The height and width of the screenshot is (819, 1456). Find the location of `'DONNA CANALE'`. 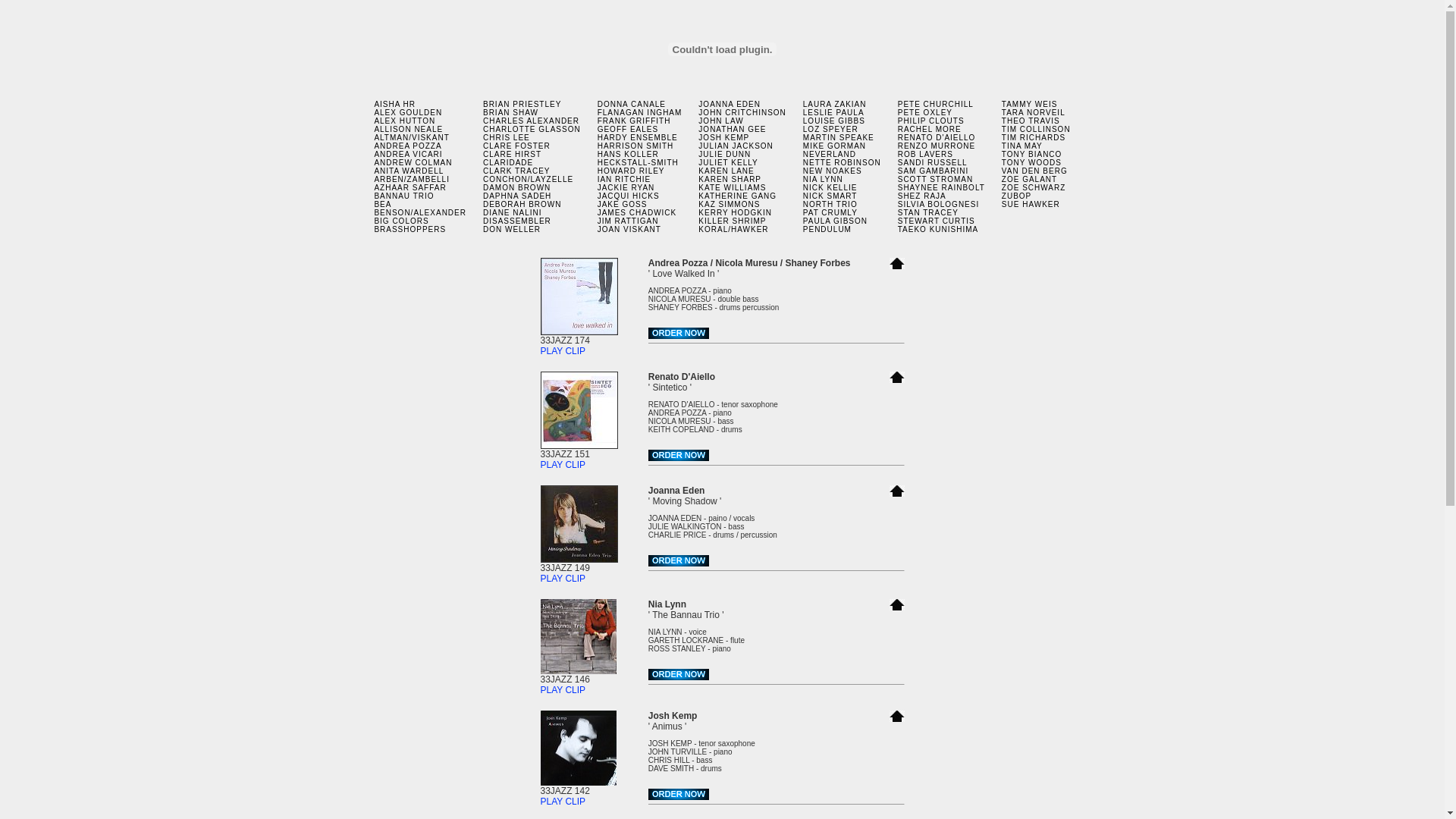

'DONNA CANALE' is located at coordinates (632, 103).